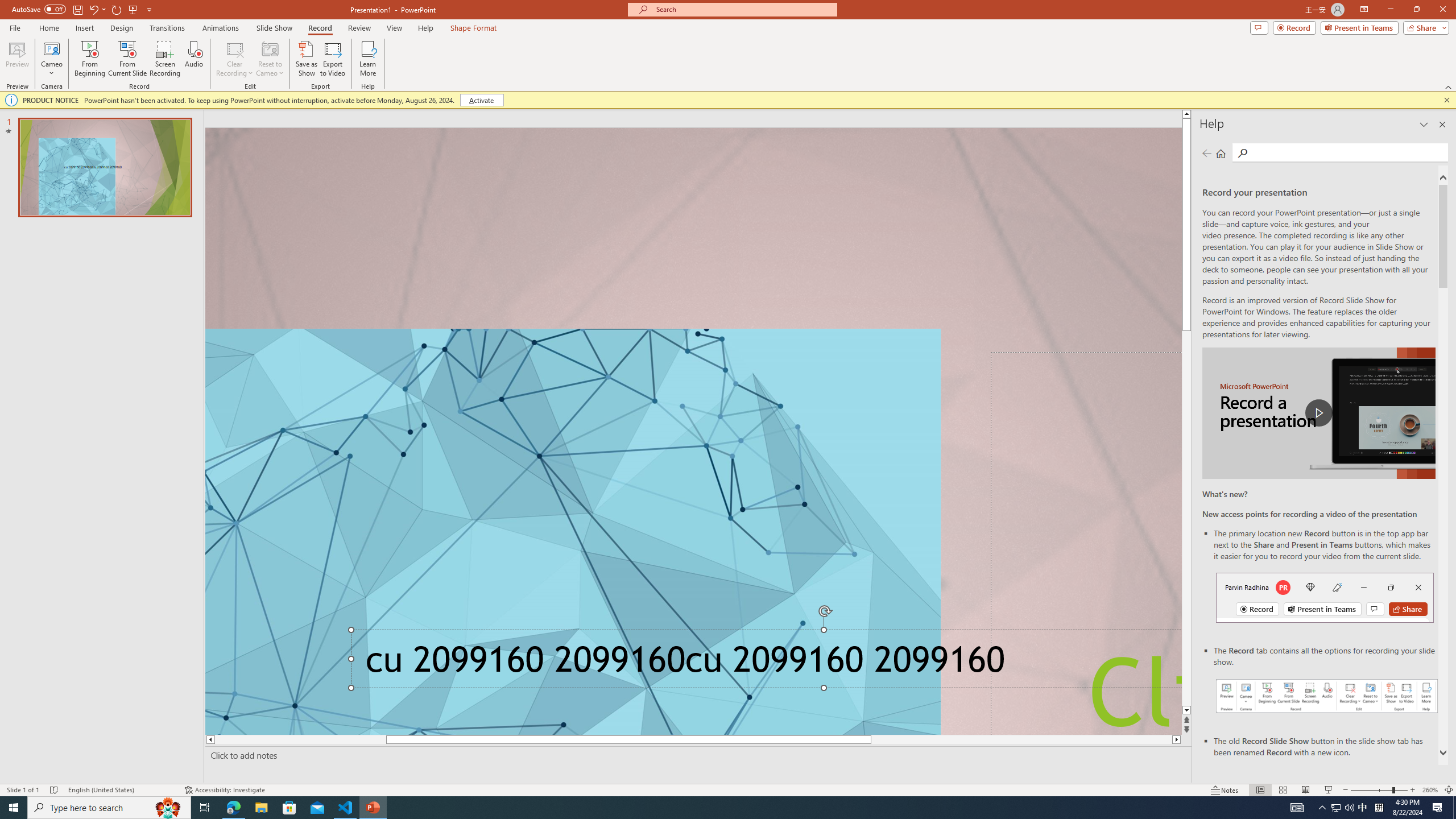 This screenshot has width=1456, height=819. Describe the element at coordinates (234, 59) in the screenshot. I see `'Clear Recording'` at that location.